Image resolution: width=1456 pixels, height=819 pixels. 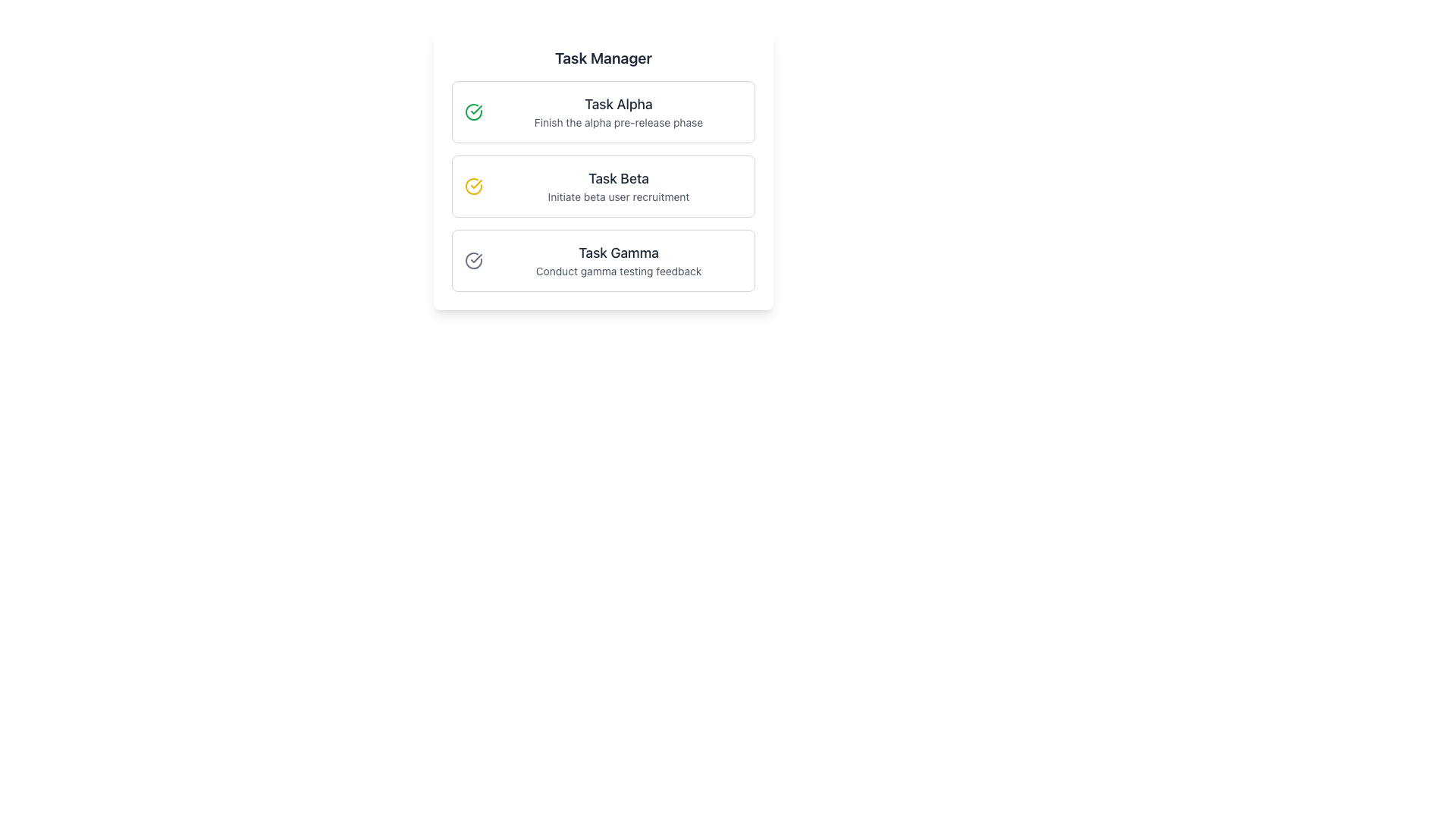 I want to click on contents of the text block titled 'Task Alpha', which contains the subtitle 'Finish the alpha pre-release phase', so click(x=619, y=111).